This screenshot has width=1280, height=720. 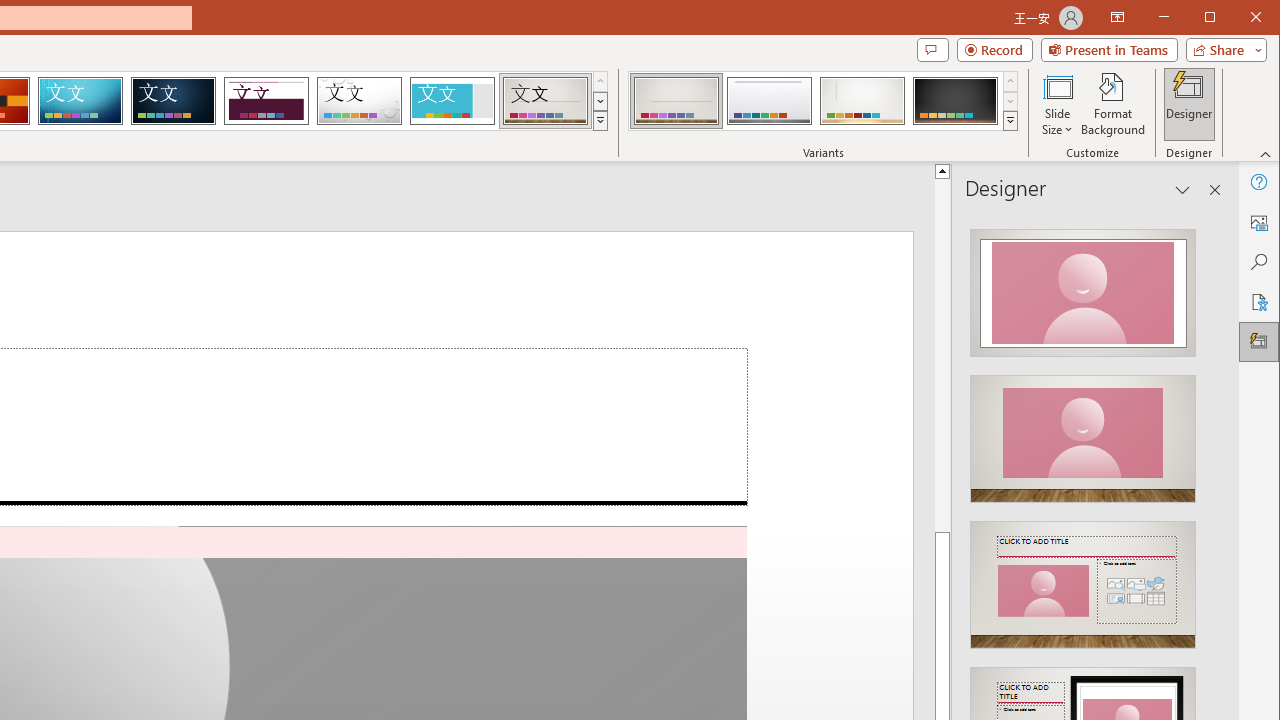 I want to click on 'Gallery', so click(x=545, y=100).